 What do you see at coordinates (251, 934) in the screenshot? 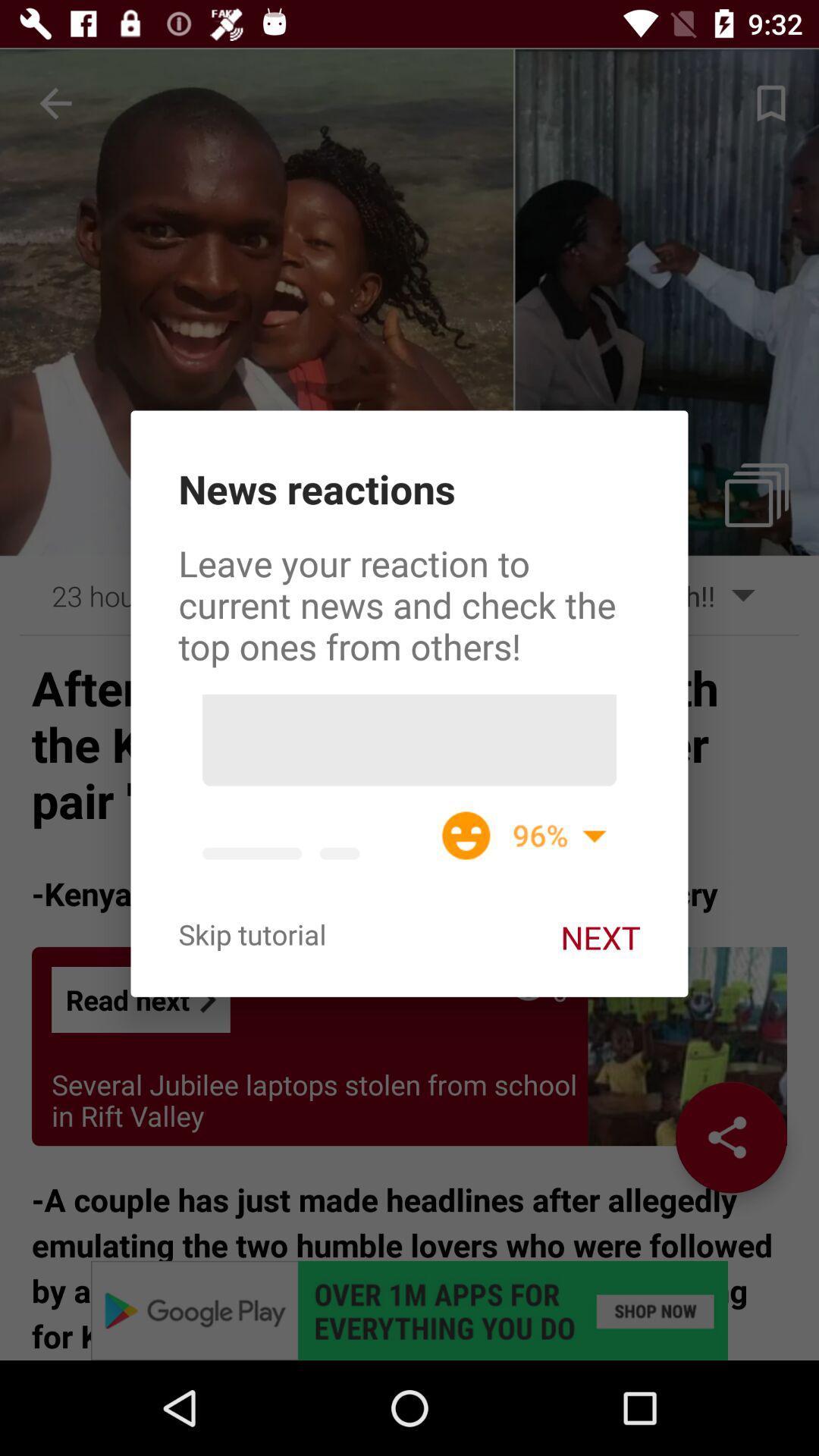
I see `the icon on the left` at bounding box center [251, 934].